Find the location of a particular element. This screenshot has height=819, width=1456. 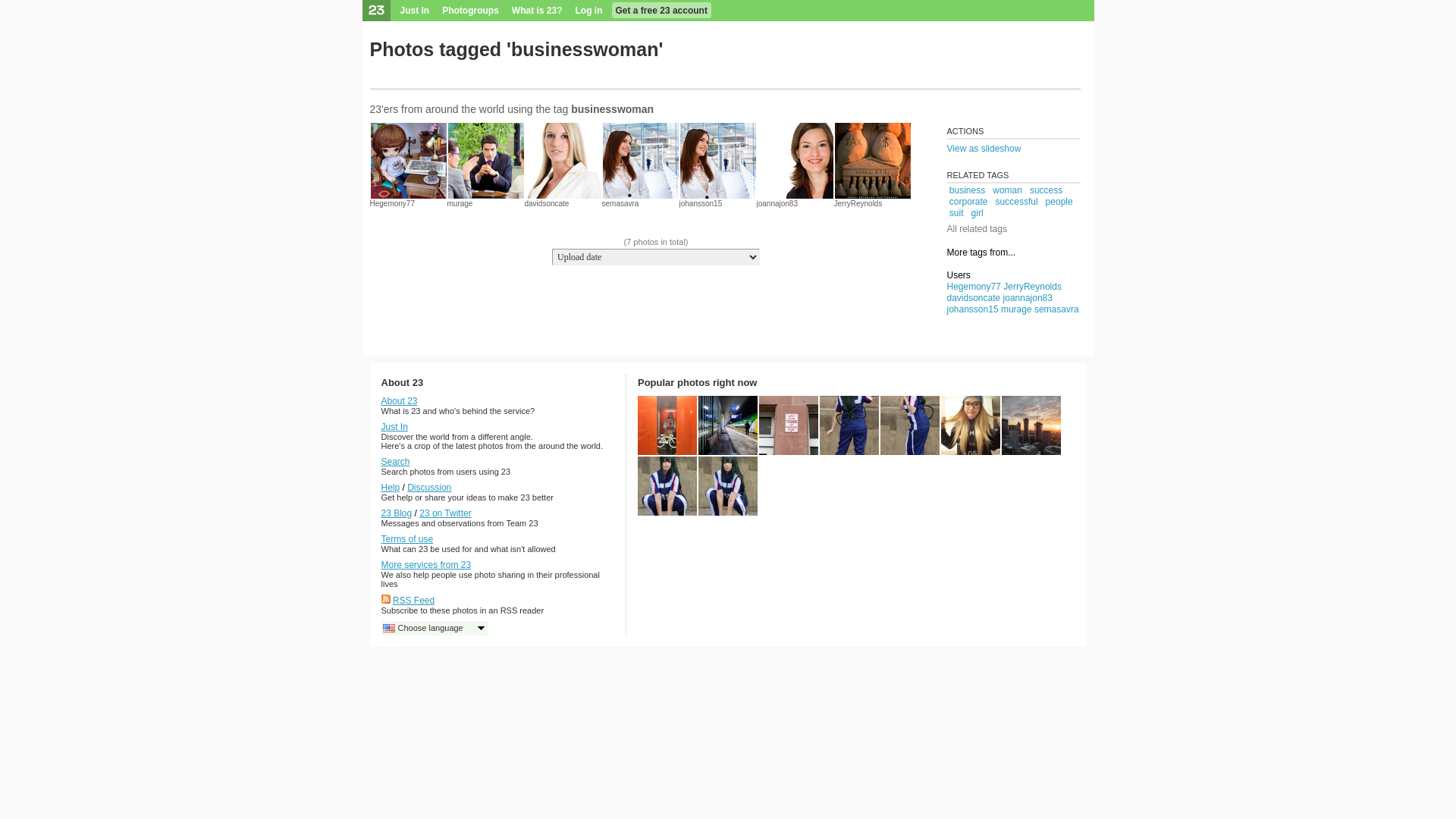

'corporate' is located at coordinates (968, 201).